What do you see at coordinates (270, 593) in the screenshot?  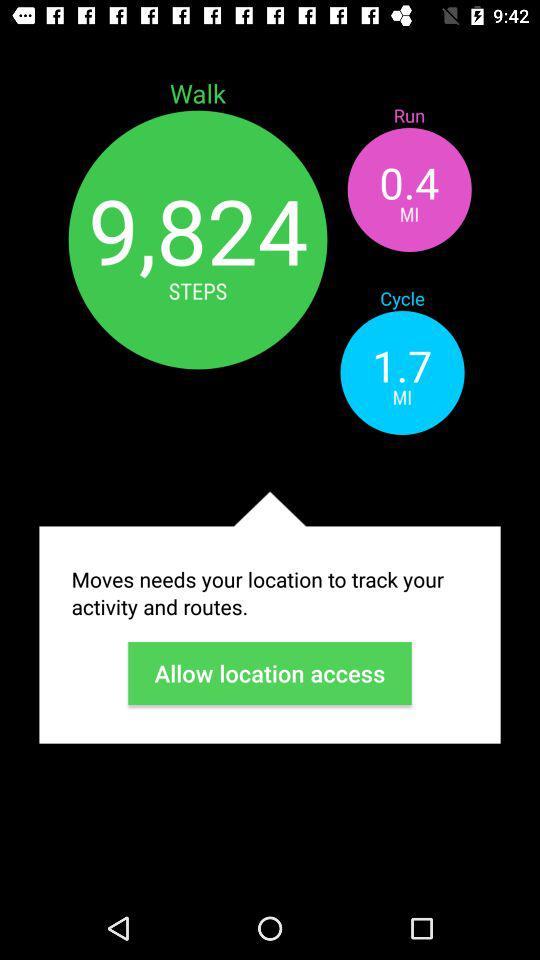 I see `moves needs your at the center` at bounding box center [270, 593].